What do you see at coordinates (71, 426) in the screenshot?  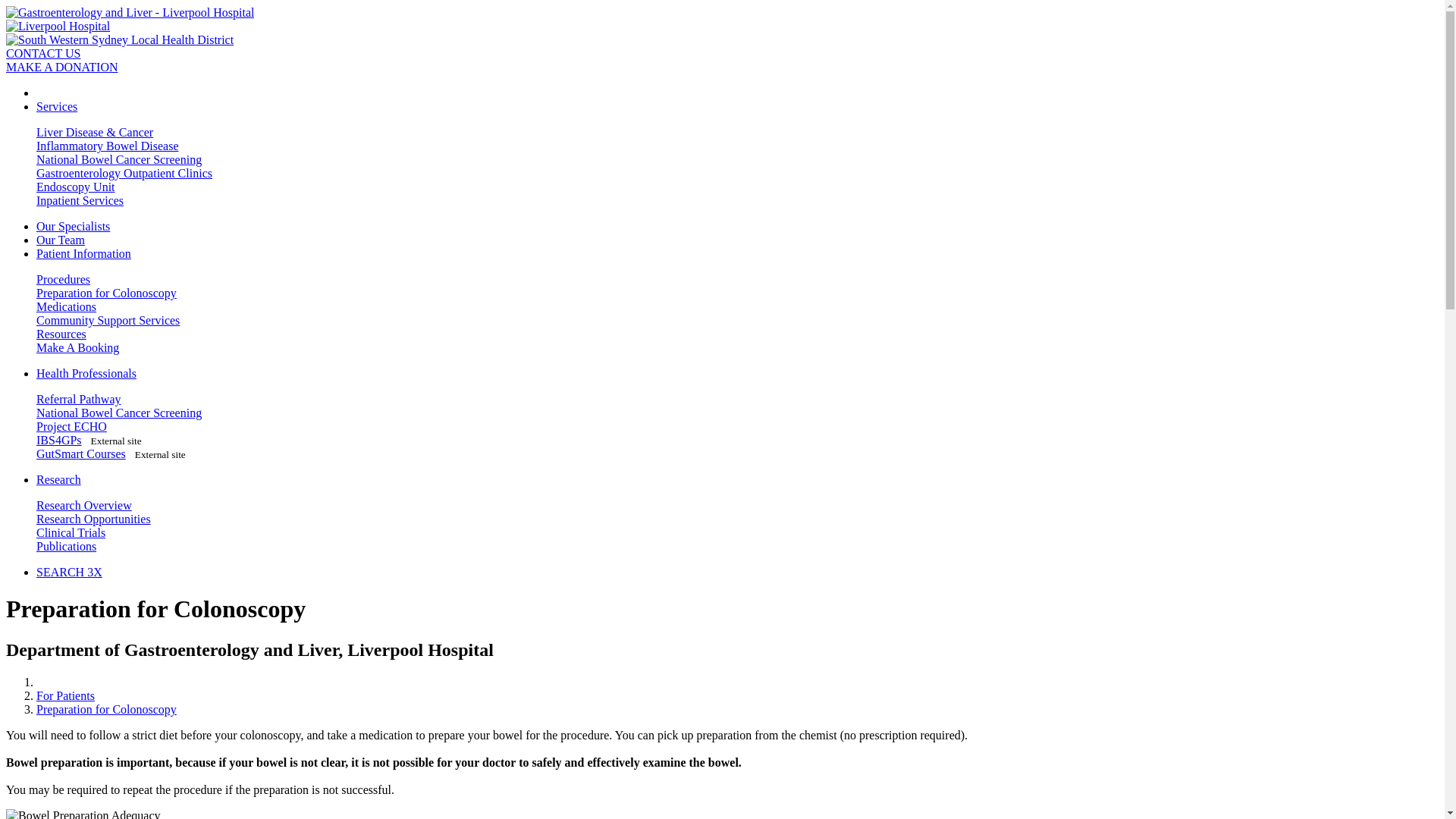 I see `'Project ECHO'` at bounding box center [71, 426].